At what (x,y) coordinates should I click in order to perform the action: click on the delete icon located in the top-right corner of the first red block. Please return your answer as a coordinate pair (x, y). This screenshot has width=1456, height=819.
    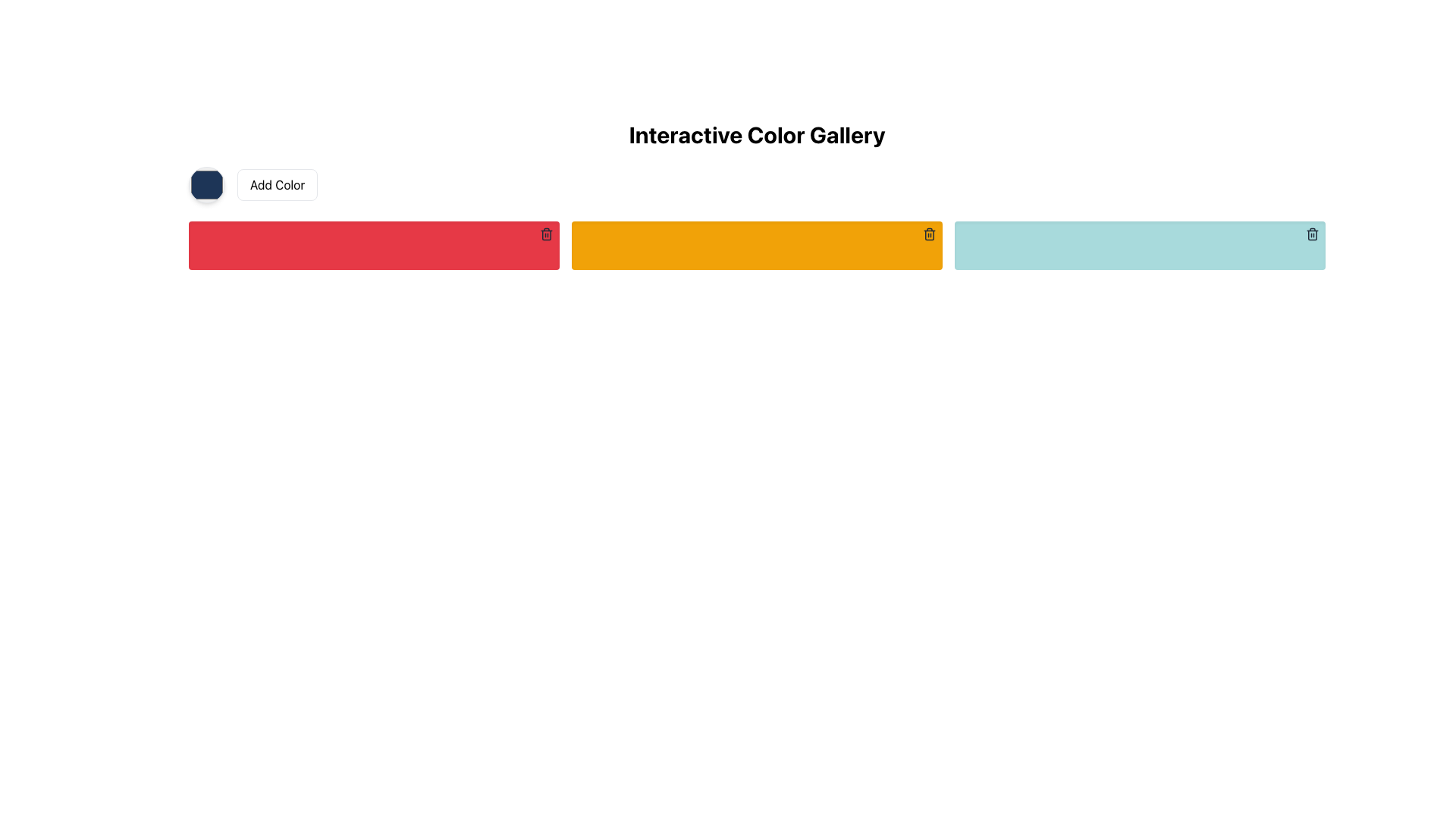
    Looking at the image, I should click on (546, 235).